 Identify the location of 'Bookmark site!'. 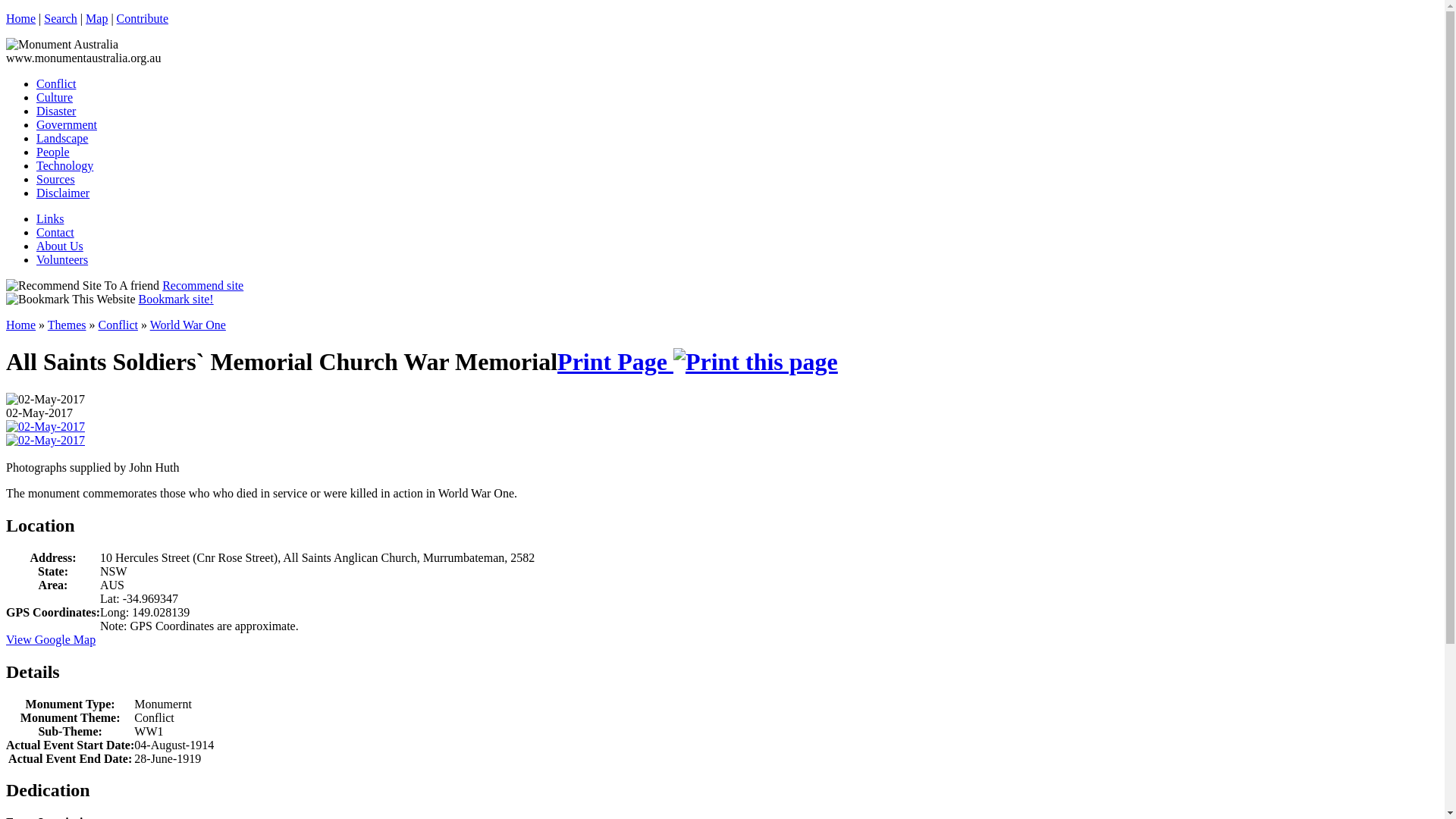
(176, 299).